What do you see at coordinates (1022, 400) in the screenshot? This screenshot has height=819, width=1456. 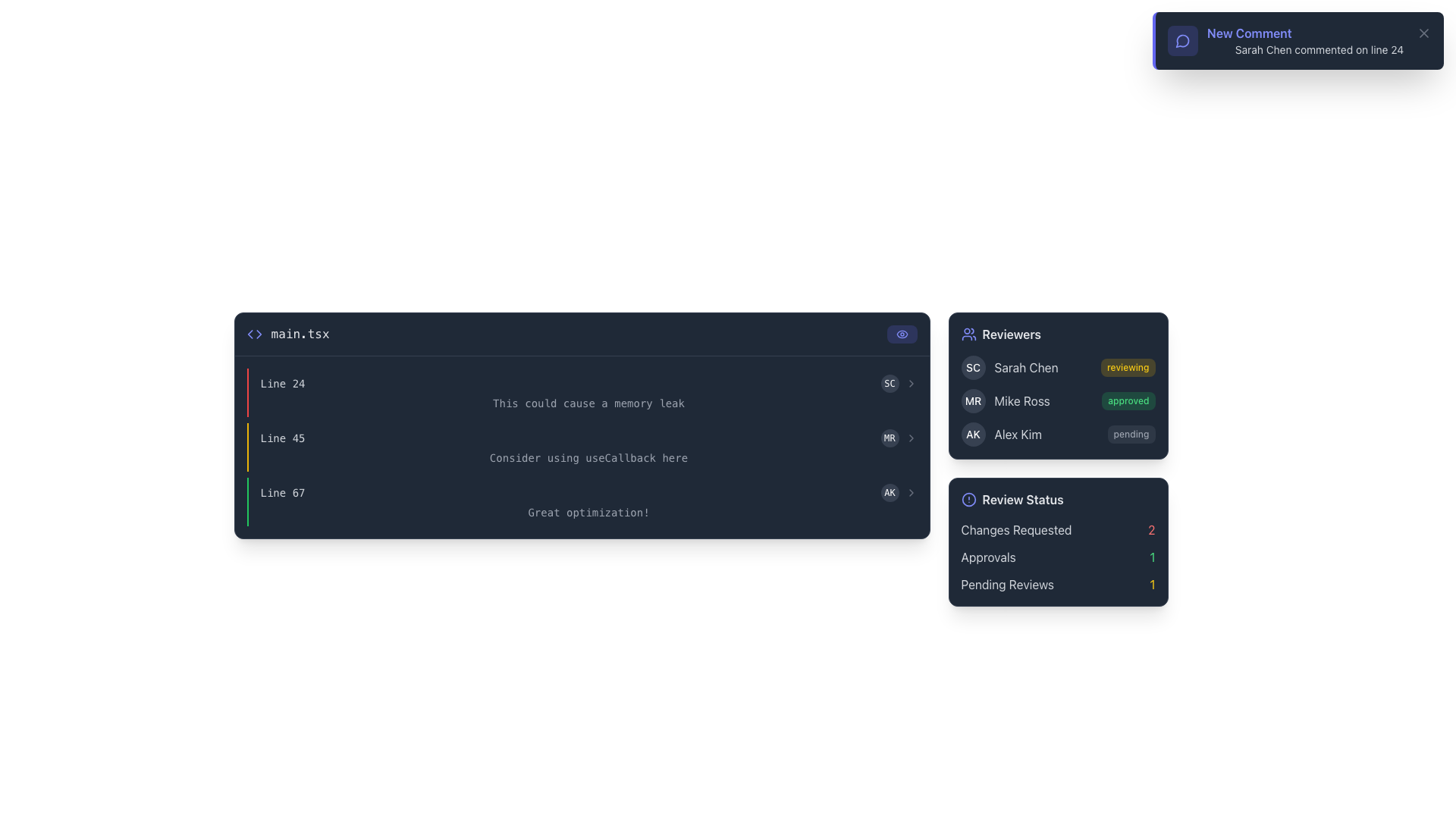 I see `the Text label displaying 'Mike Ross'` at bounding box center [1022, 400].